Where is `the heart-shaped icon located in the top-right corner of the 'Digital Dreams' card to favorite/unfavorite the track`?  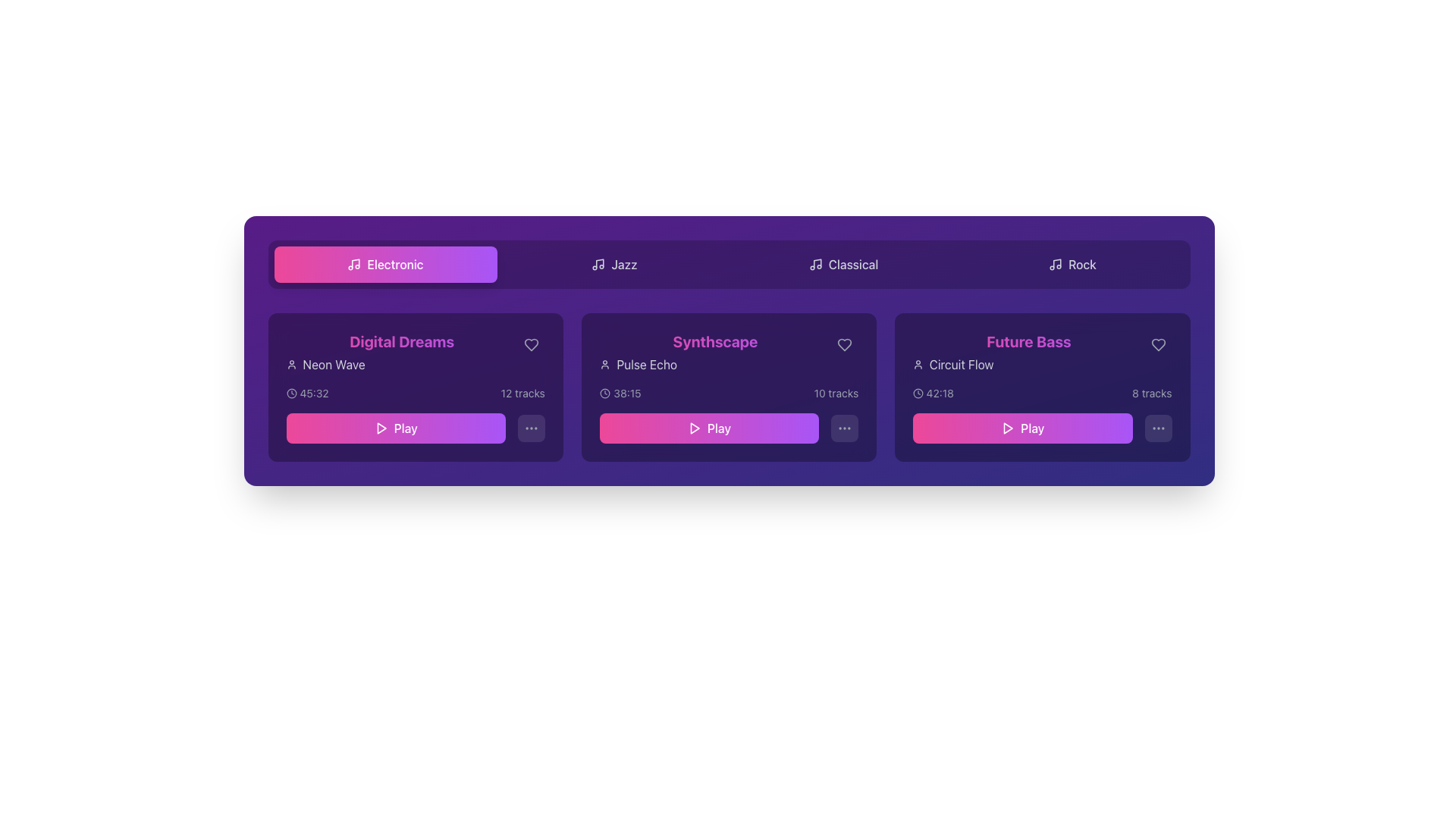 the heart-shaped icon located in the top-right corner of the 'Digital Dreams' card to favorite/unfavorite the track is located at coordinates (531, 345).